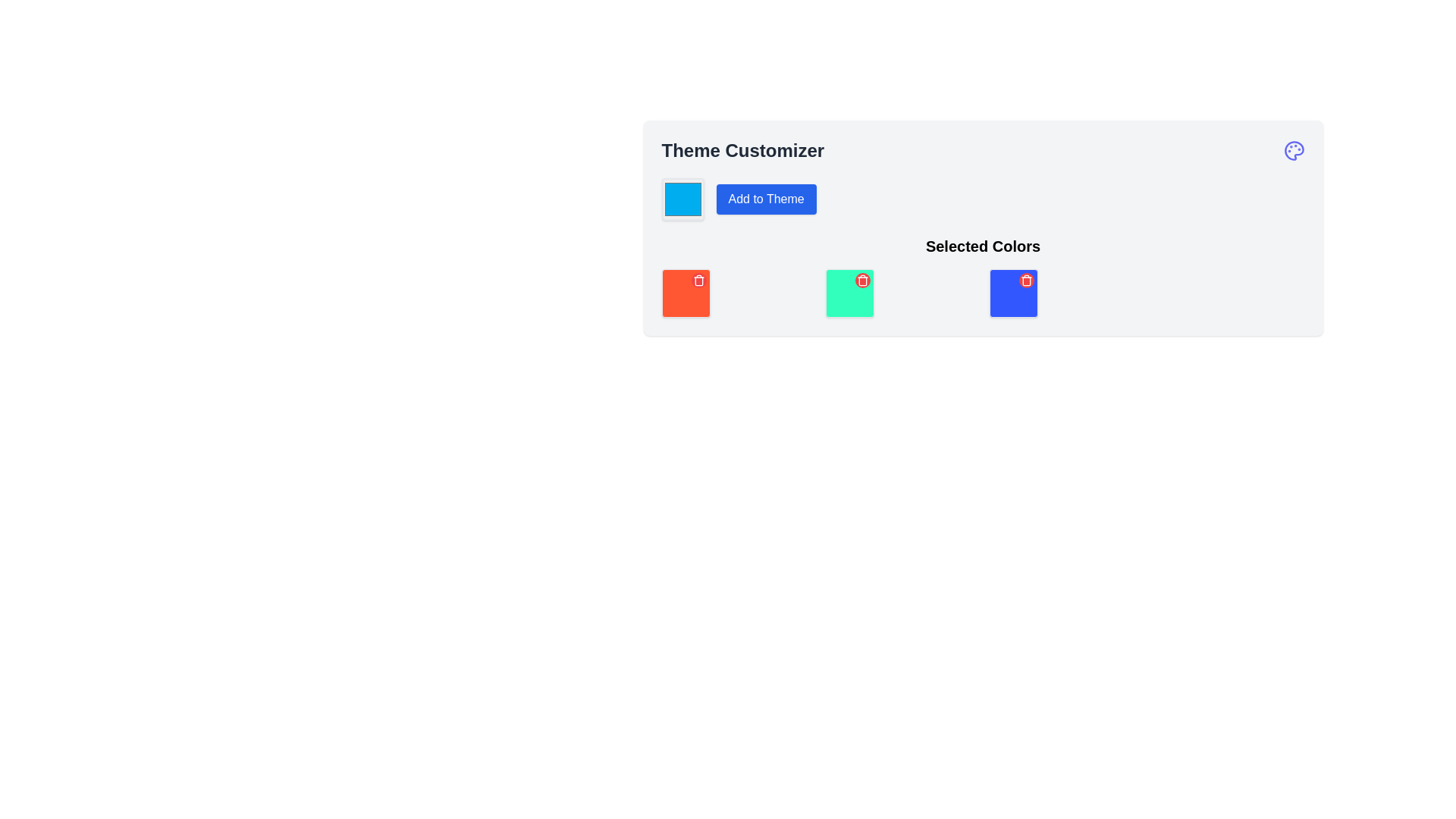 The width and height of the screenshot is (1456, 819). I want to click on the palette icon located in the top-right corner of the 'Theme Customizer' panel, so click(1292, 151).